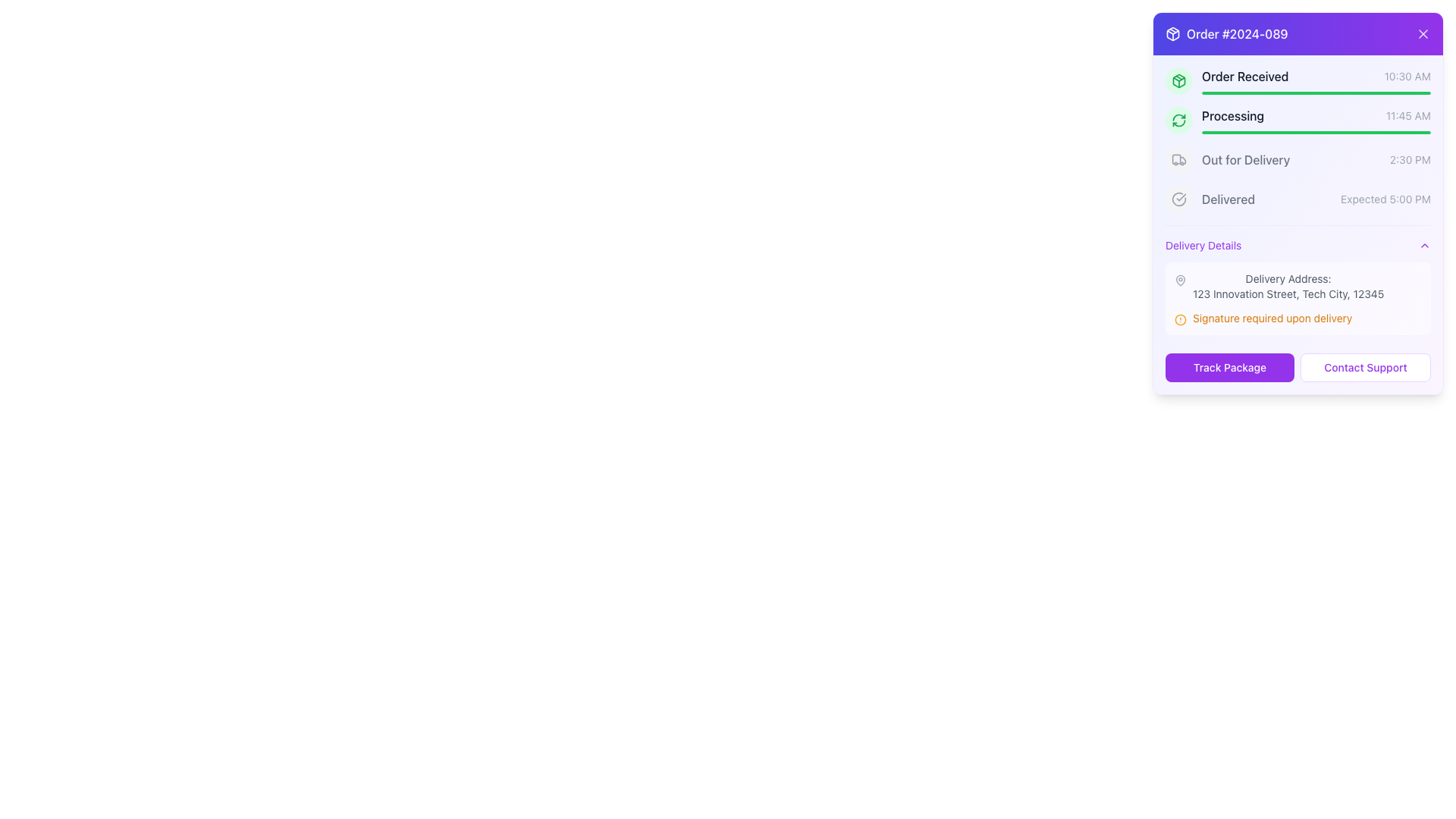  I want to click on the 3D box icon styled as a wireframe, located to the left of the 'Order Received' label in the purple header section of the card, so click(1172, 34).